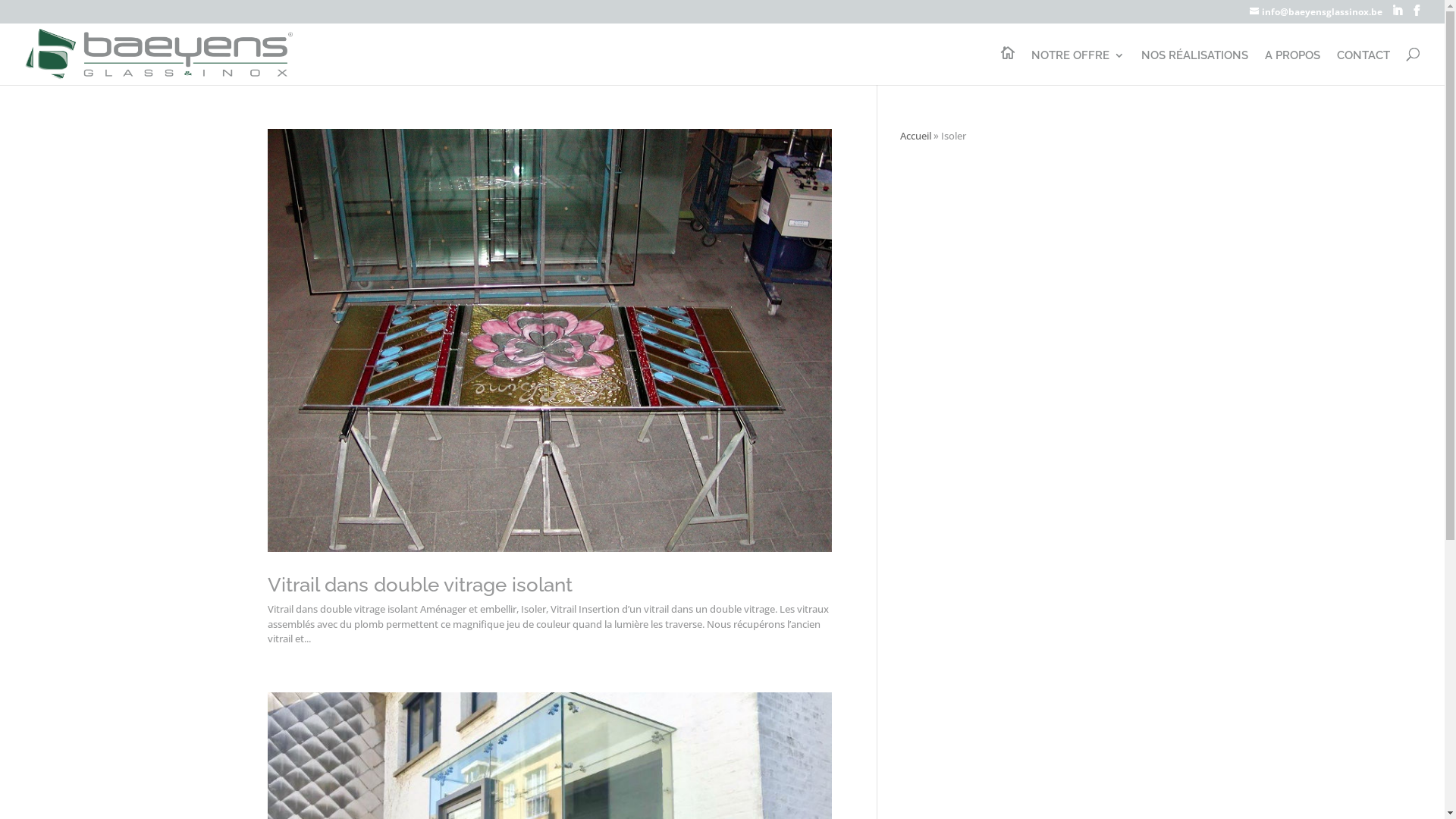 Image resolution: width=1456 pixels, height=819 pixels. Describe the element at coordinates (1031, 66) in the screenshot. I see `'NOTRE OFFRE'` at that location.